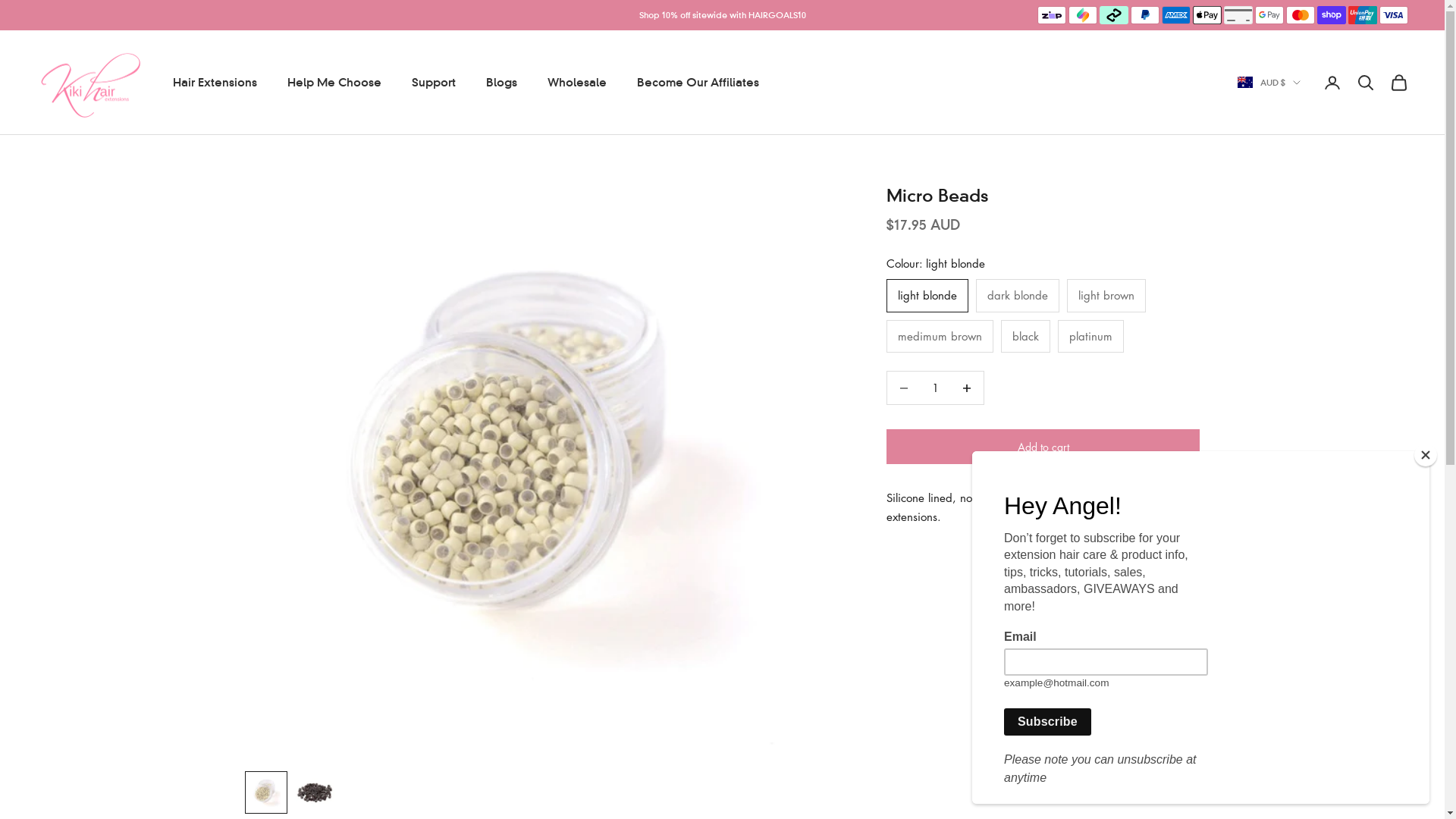  I want to click on 'Wholesale', so click(546, 82).